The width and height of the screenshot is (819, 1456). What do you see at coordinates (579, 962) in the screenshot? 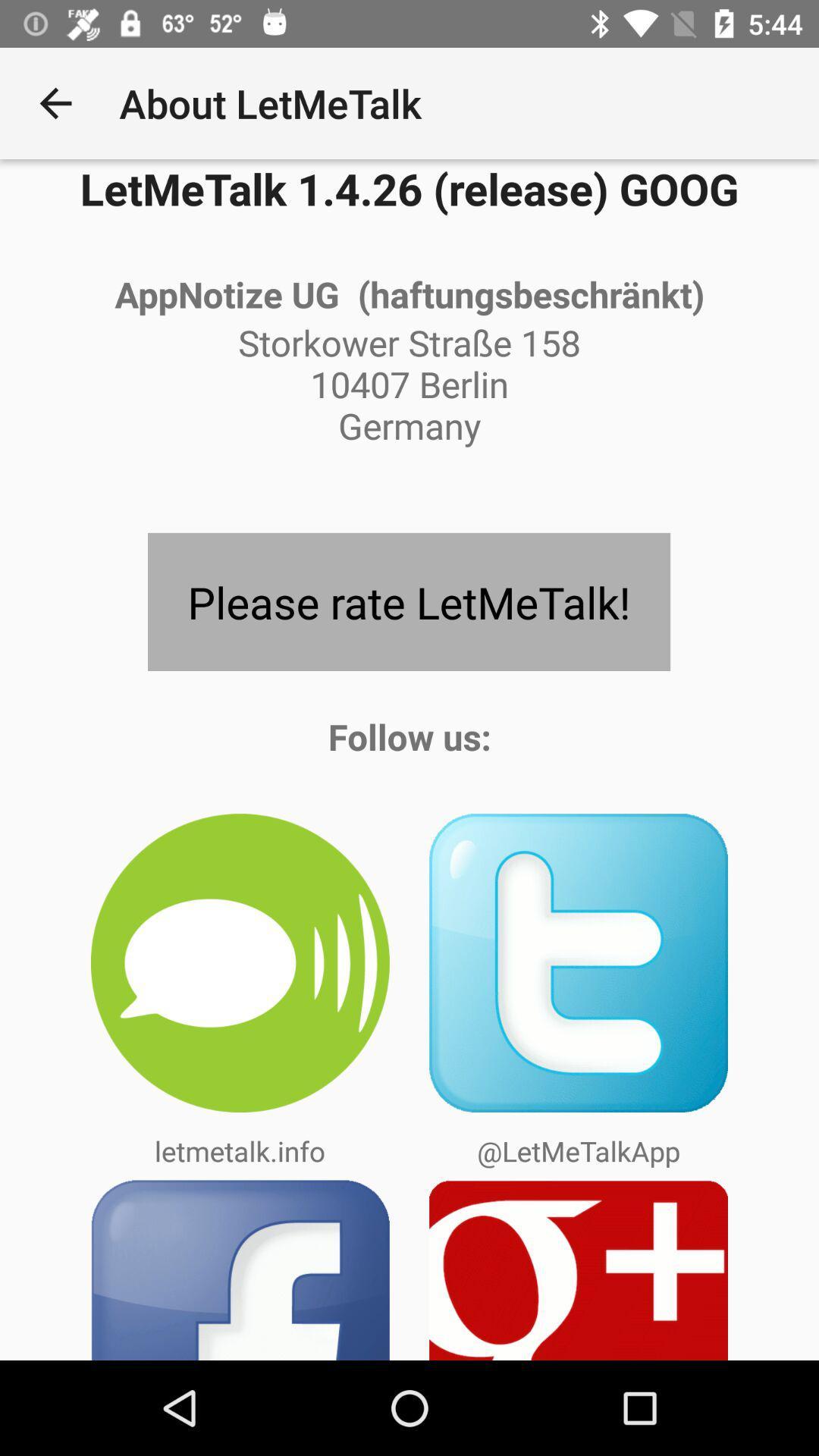
I see `icon on the right` at bounding box center [579, 962].